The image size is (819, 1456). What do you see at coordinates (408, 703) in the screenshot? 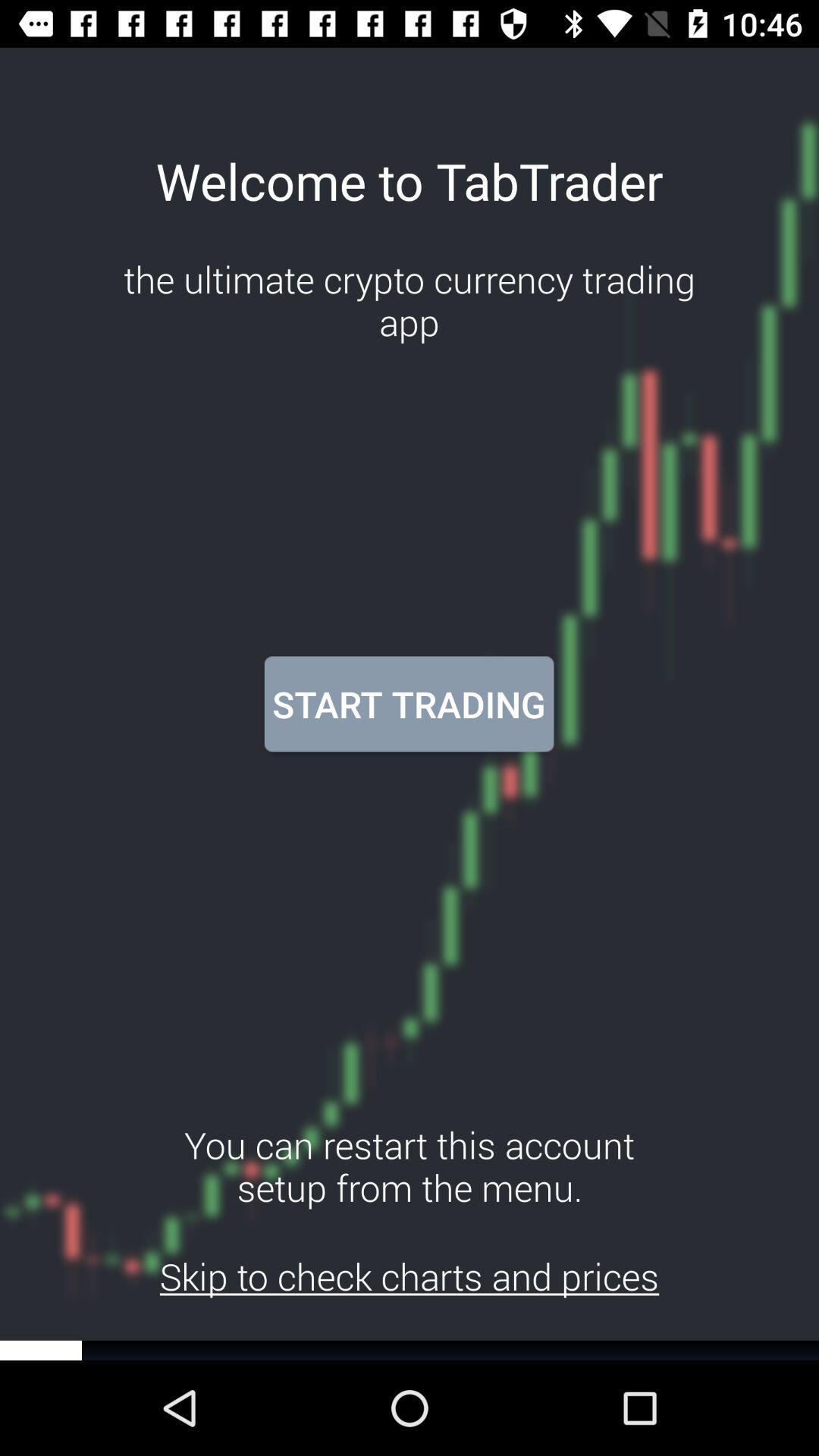
I see `start trading` at bounding box center [408, 703].